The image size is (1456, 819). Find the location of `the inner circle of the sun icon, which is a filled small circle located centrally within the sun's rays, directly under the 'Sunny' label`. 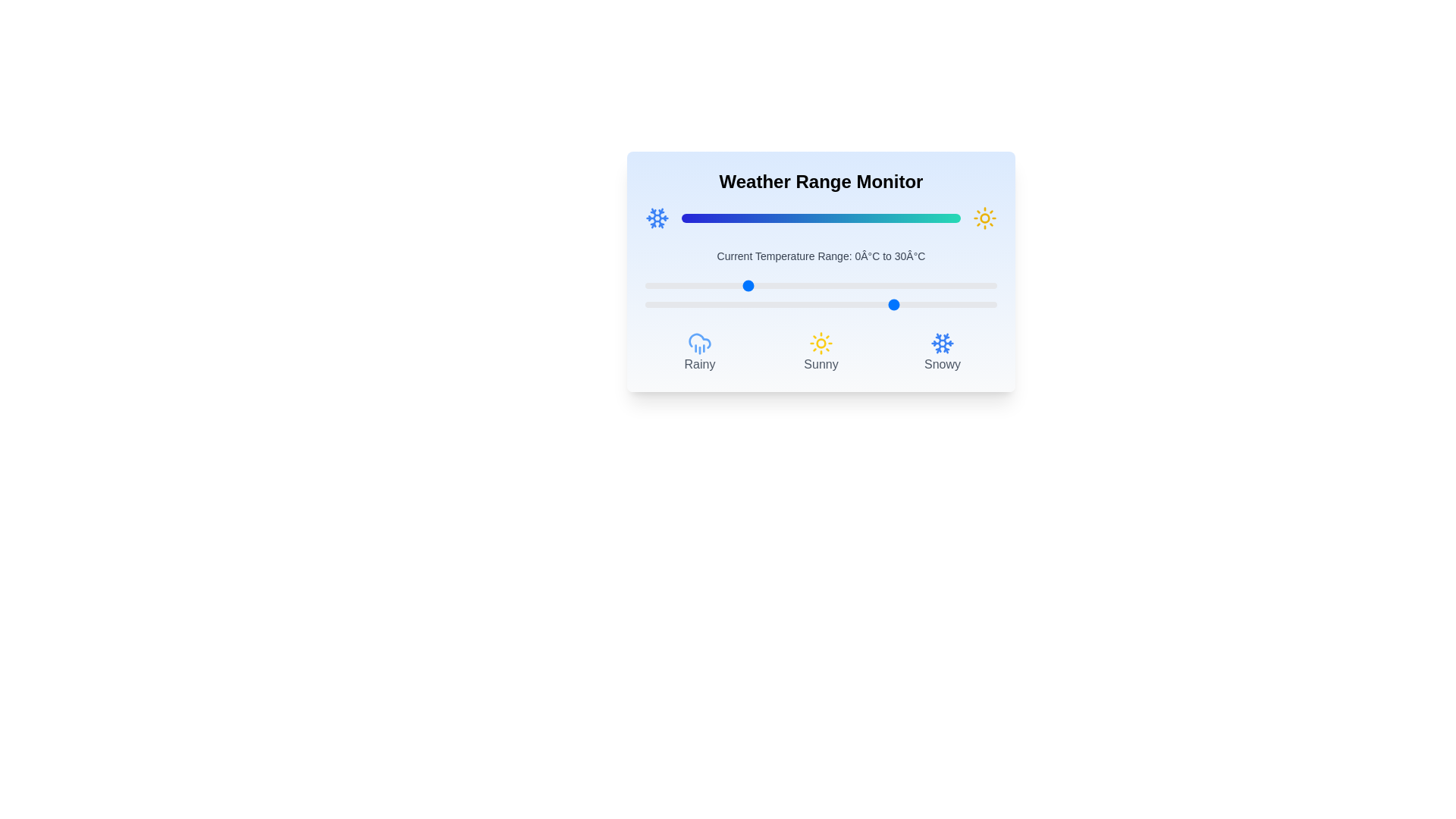

the inner circle of the sun icon, which is a filled small circle located centrally within the sun's rays, directly under the 'Sunny' label is located at coordinates (821, 343).